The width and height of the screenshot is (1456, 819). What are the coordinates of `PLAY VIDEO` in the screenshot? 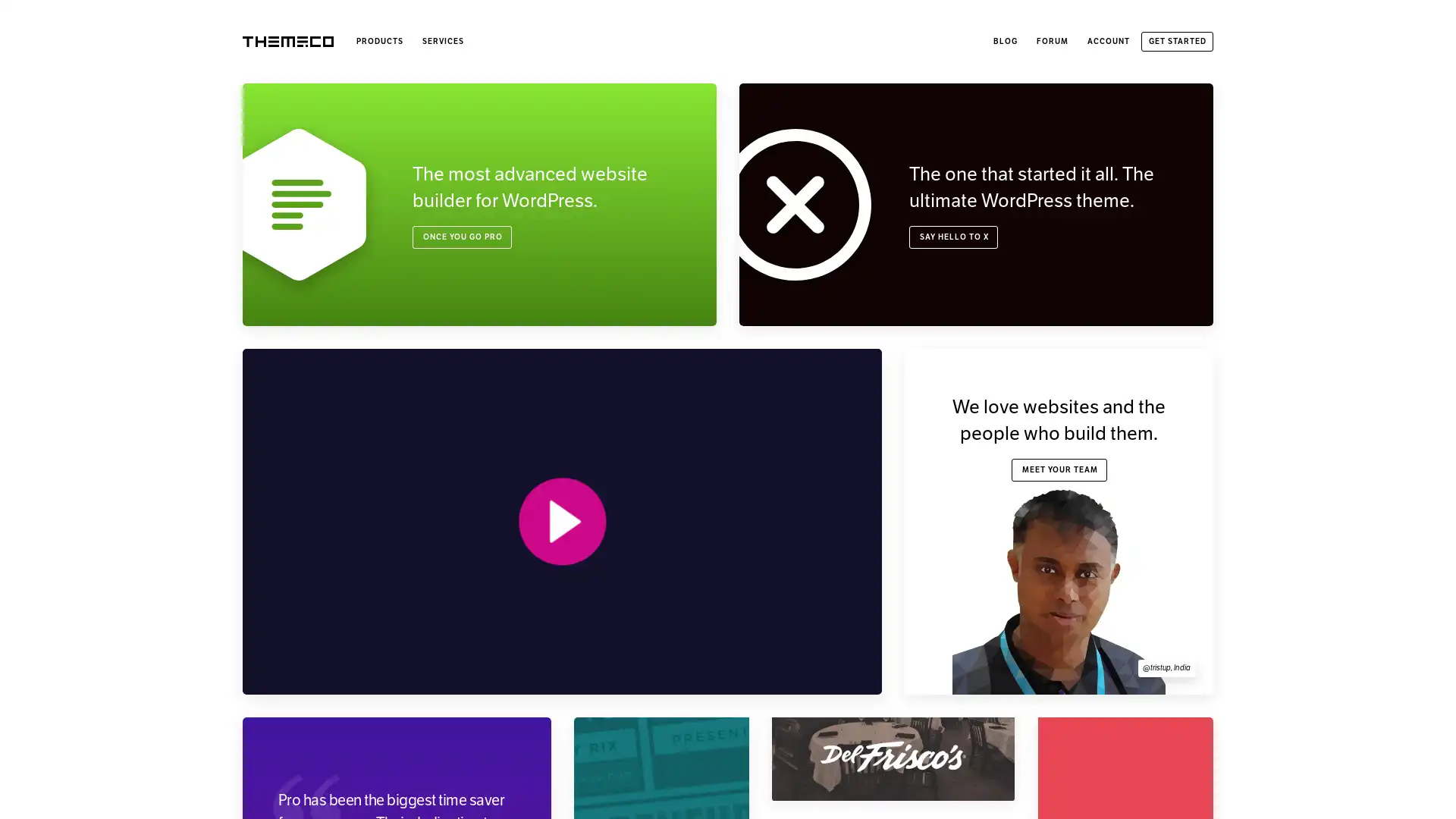 It's located at (561, 520).